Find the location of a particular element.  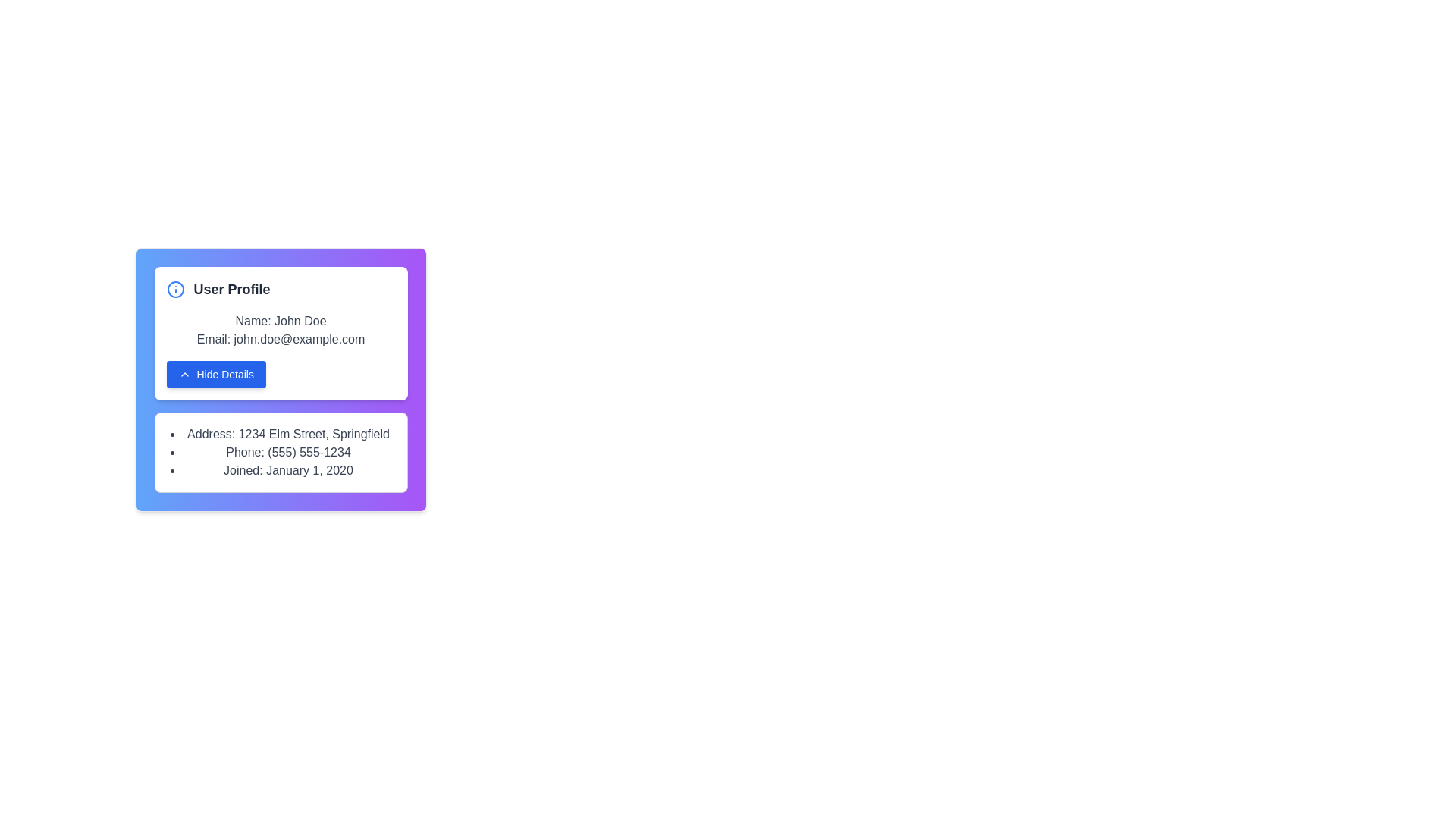

the static text displaying the user's phone number, which is located in the center-left part of the interface, below the 'Address' item and above the 'Joined' item in the bulleted list is located at coordinates (288, 452).